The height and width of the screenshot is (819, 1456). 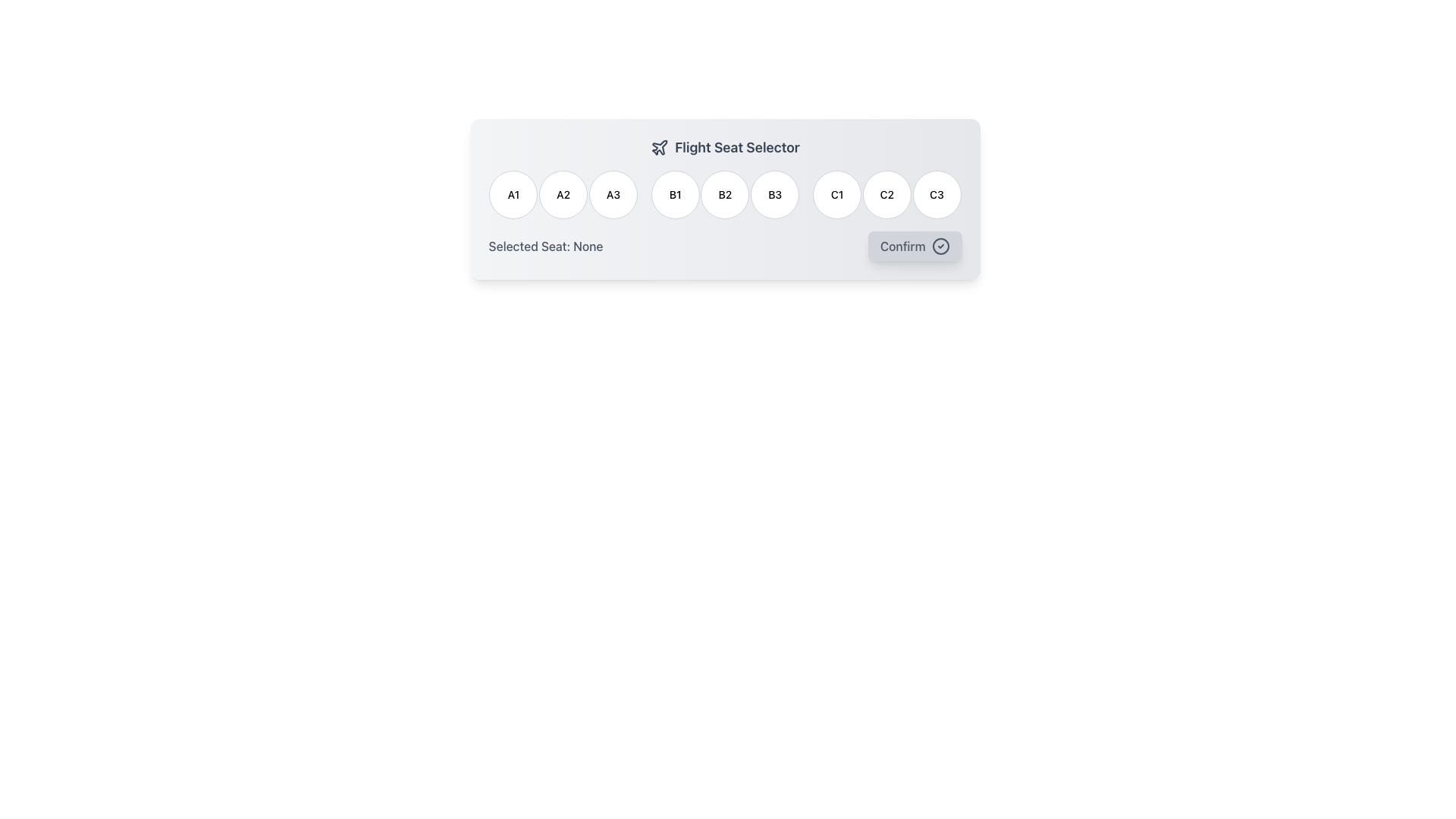 I want to click on the decorative SVG graphical shape located in the Confirm button at the bottom-right of the interface, so click(x=940, y=245).